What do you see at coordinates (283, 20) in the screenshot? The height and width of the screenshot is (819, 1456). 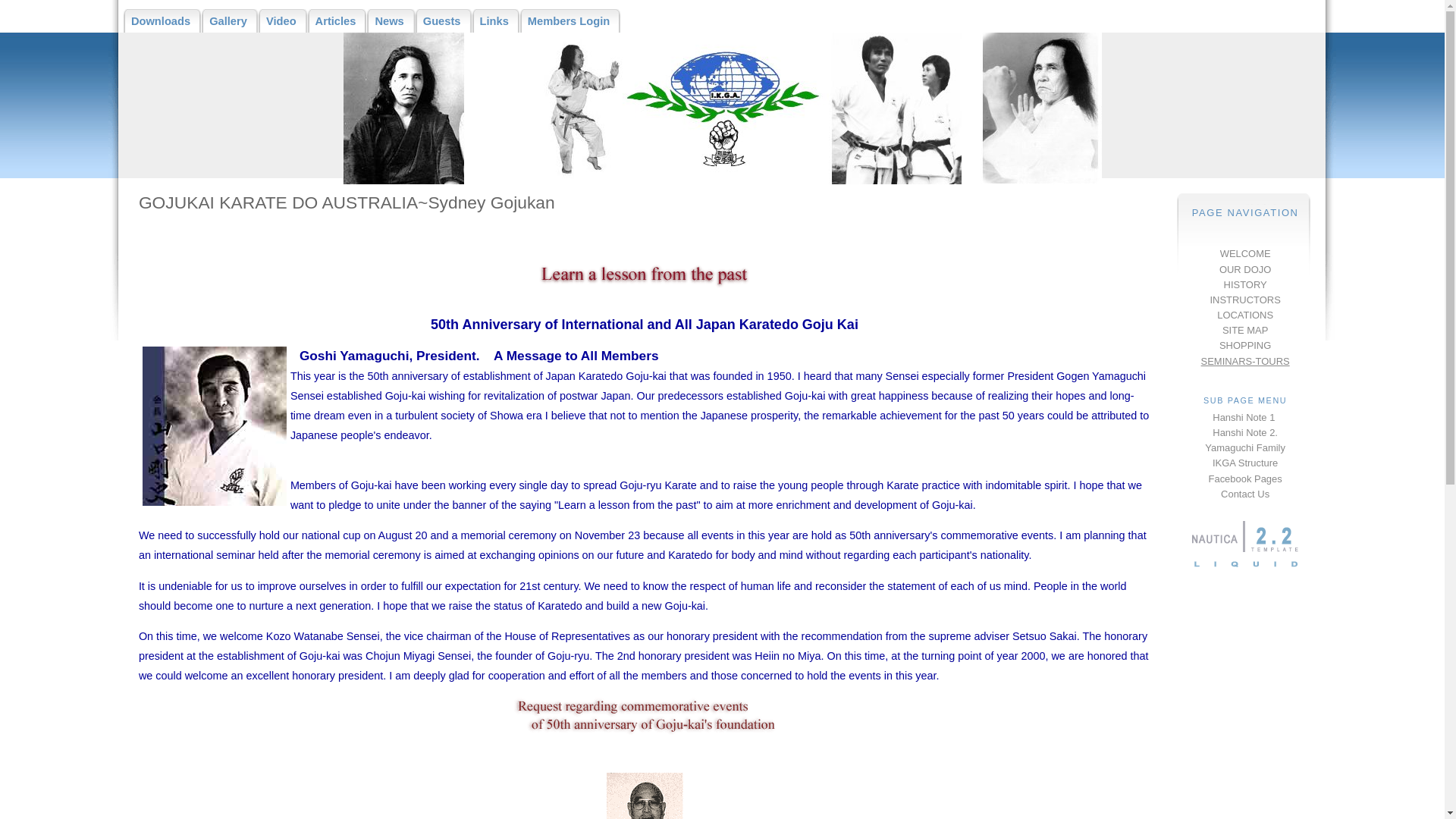 I see `'Video'` at bounding box center [283, 20].